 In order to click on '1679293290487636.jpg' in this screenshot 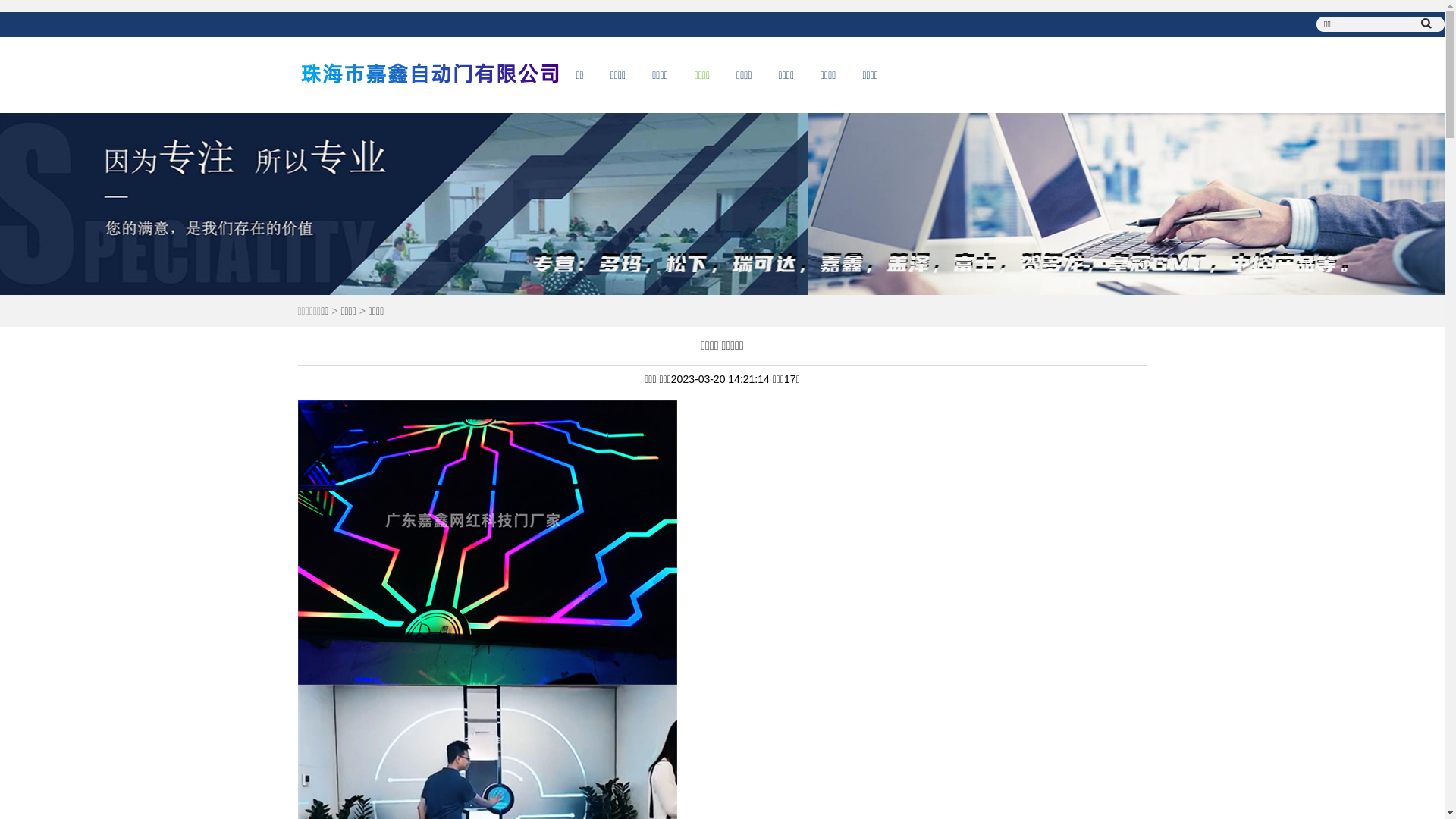, I will do `click(487, 541)`.